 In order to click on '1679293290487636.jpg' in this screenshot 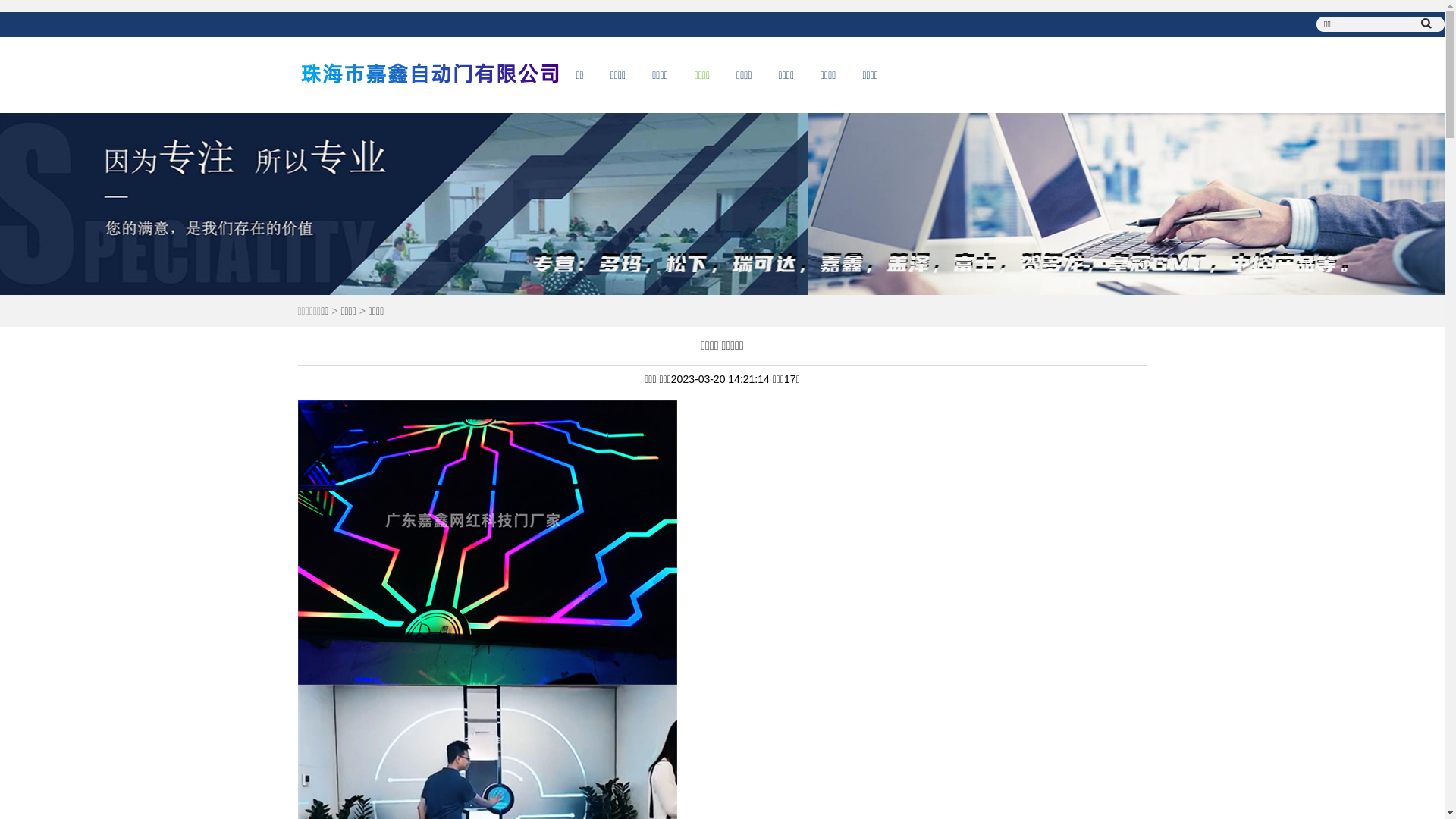, I will do `click(487, 541)`.